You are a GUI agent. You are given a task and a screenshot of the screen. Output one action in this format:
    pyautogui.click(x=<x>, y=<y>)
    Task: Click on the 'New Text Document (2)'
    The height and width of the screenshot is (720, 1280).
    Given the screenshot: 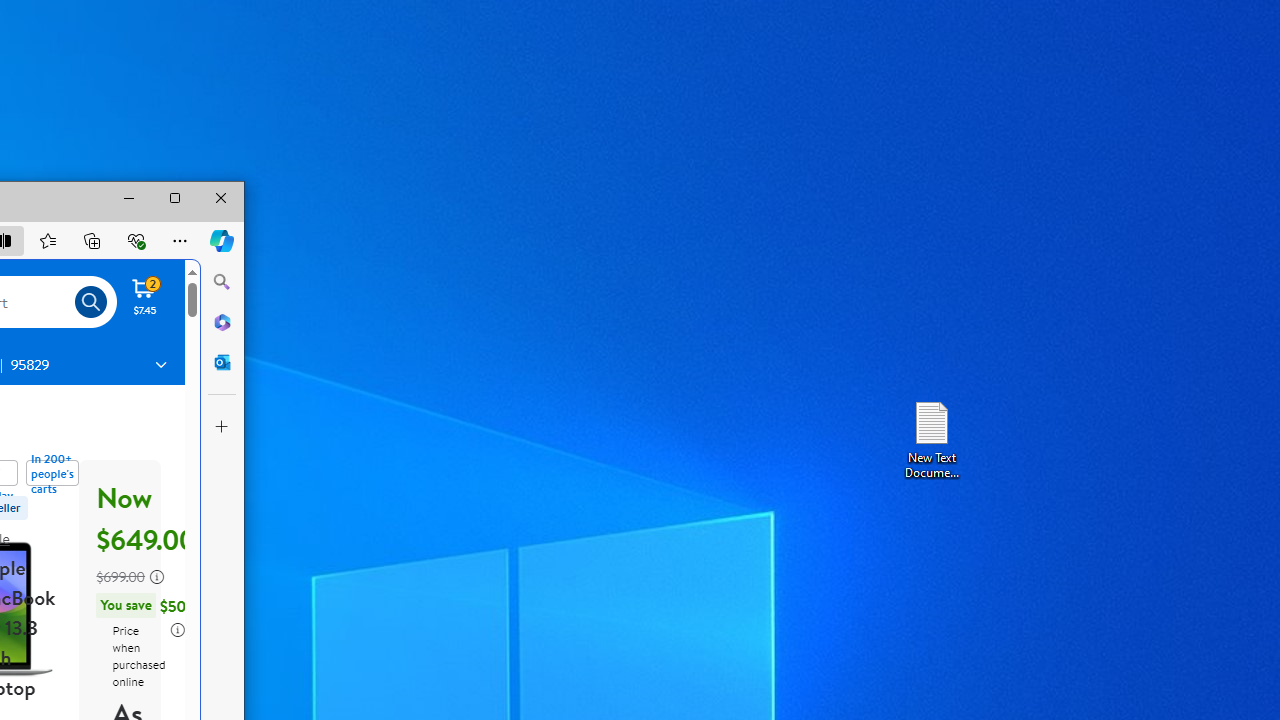 What is the action you would take?
    pyautogui.click(x=930, y=438)
    